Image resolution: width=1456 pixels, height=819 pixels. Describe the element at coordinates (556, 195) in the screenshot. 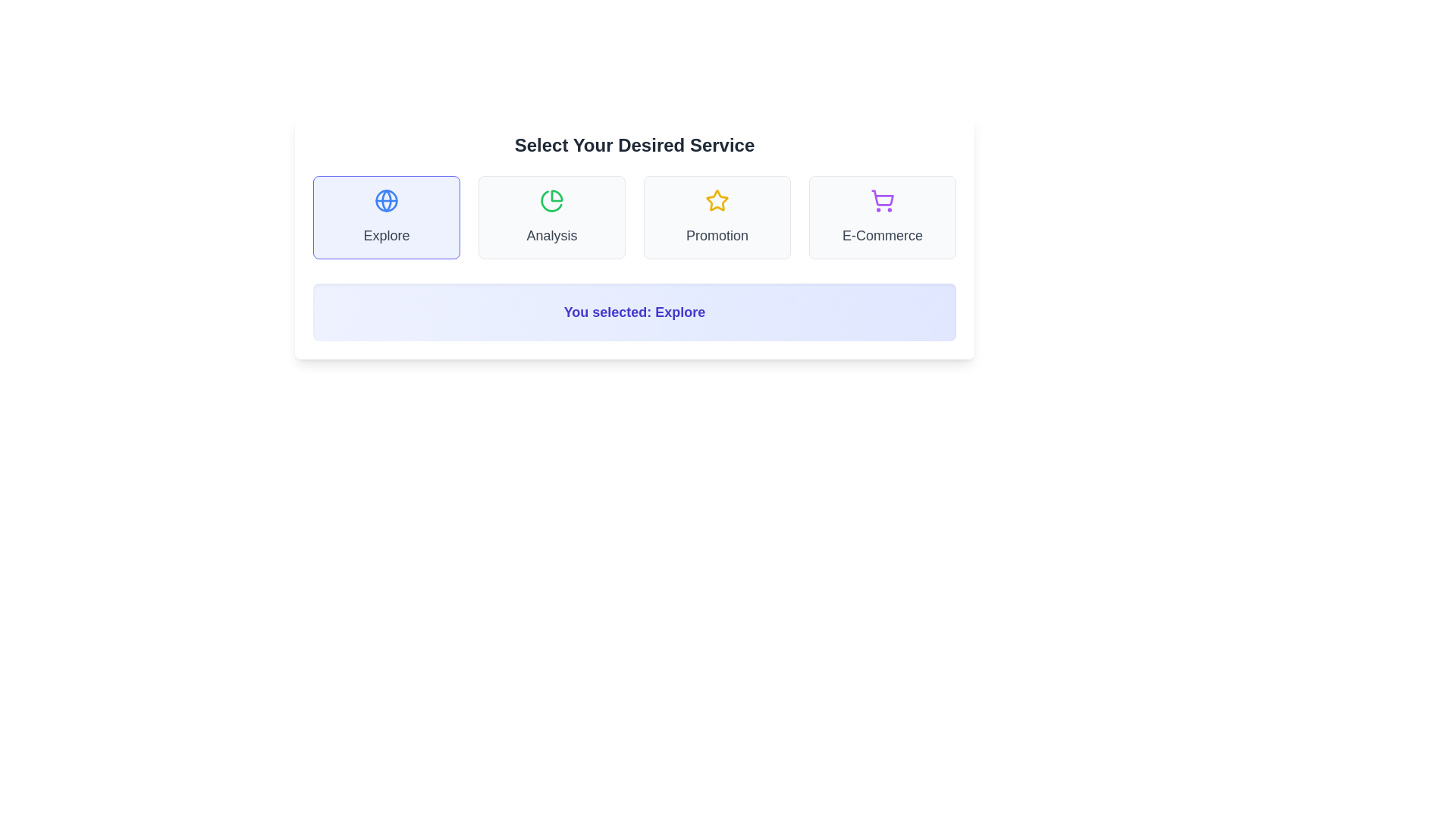

I see `the top-right segment of the pie chart icon, which is styled with a thin stroke and smooth curves in a green theme, representing the 'Analysis' section` at that location.